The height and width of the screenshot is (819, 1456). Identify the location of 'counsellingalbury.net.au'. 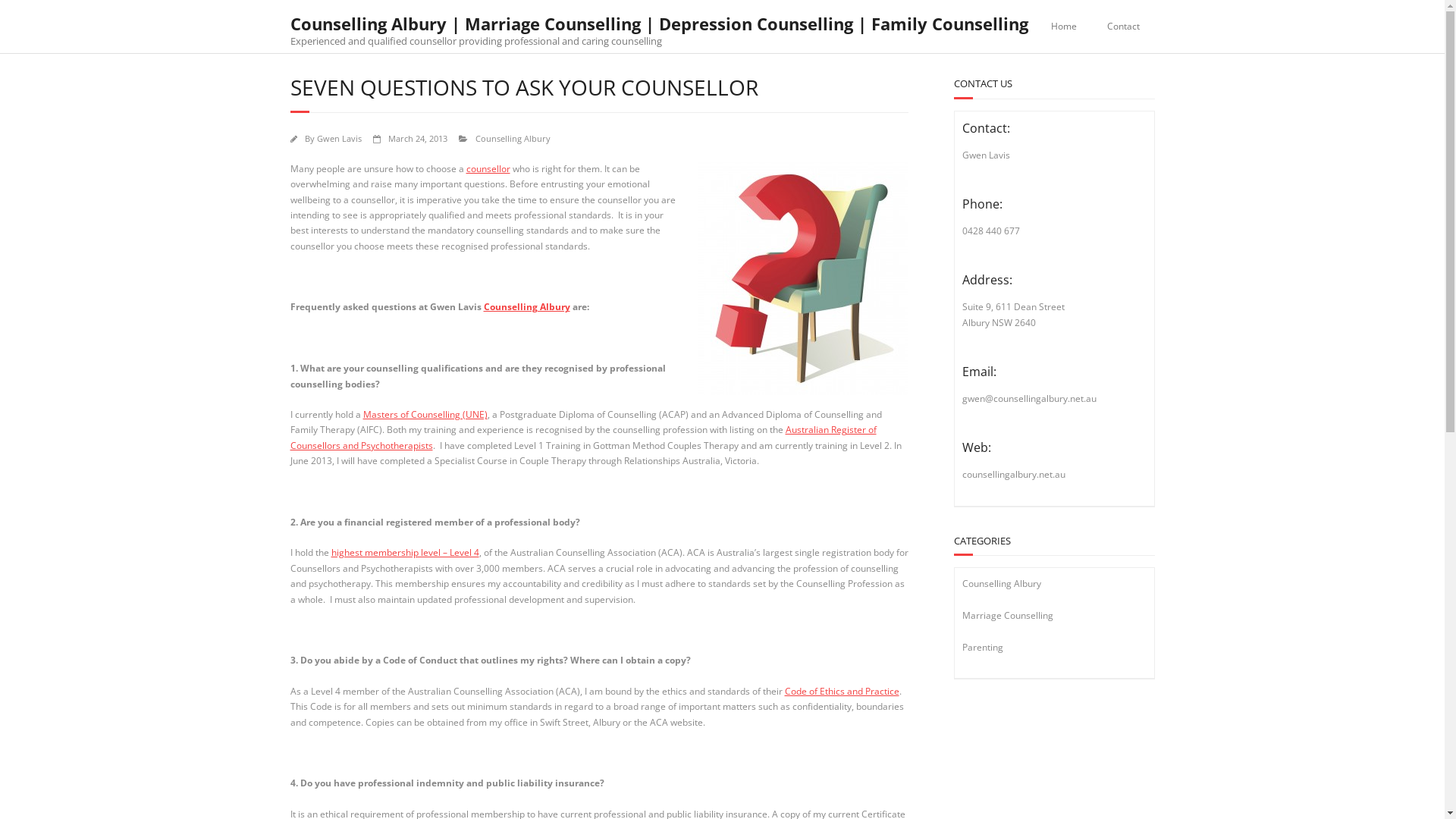
(1012, 473).